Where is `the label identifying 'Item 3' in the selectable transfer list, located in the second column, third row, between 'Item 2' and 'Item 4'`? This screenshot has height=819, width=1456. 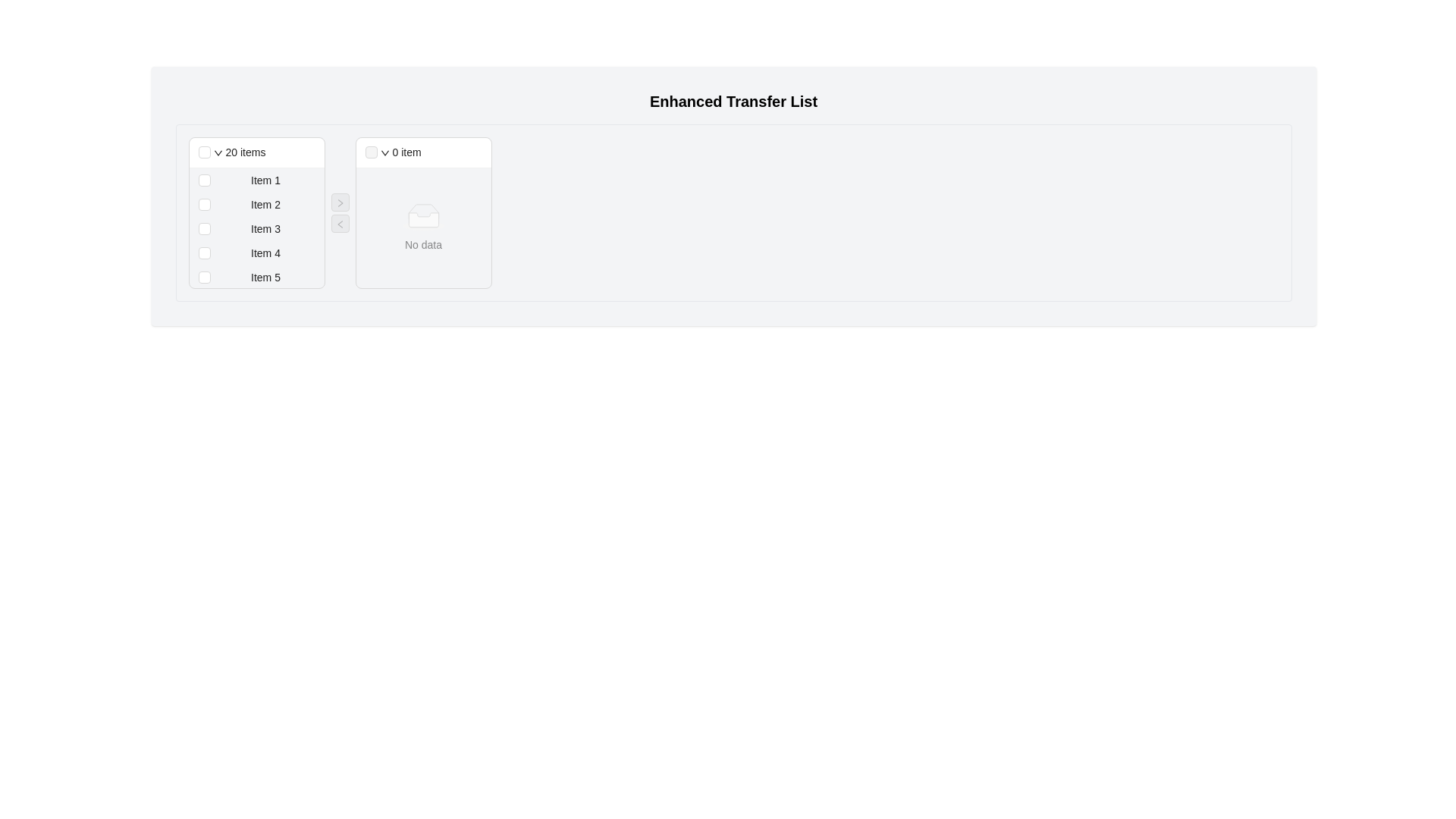 the label identifying 'Item 3' in the selectable transfer list, located in the second column, third row, between 'Item 2' and 'Item 4' is located at coordinates (265, 228).